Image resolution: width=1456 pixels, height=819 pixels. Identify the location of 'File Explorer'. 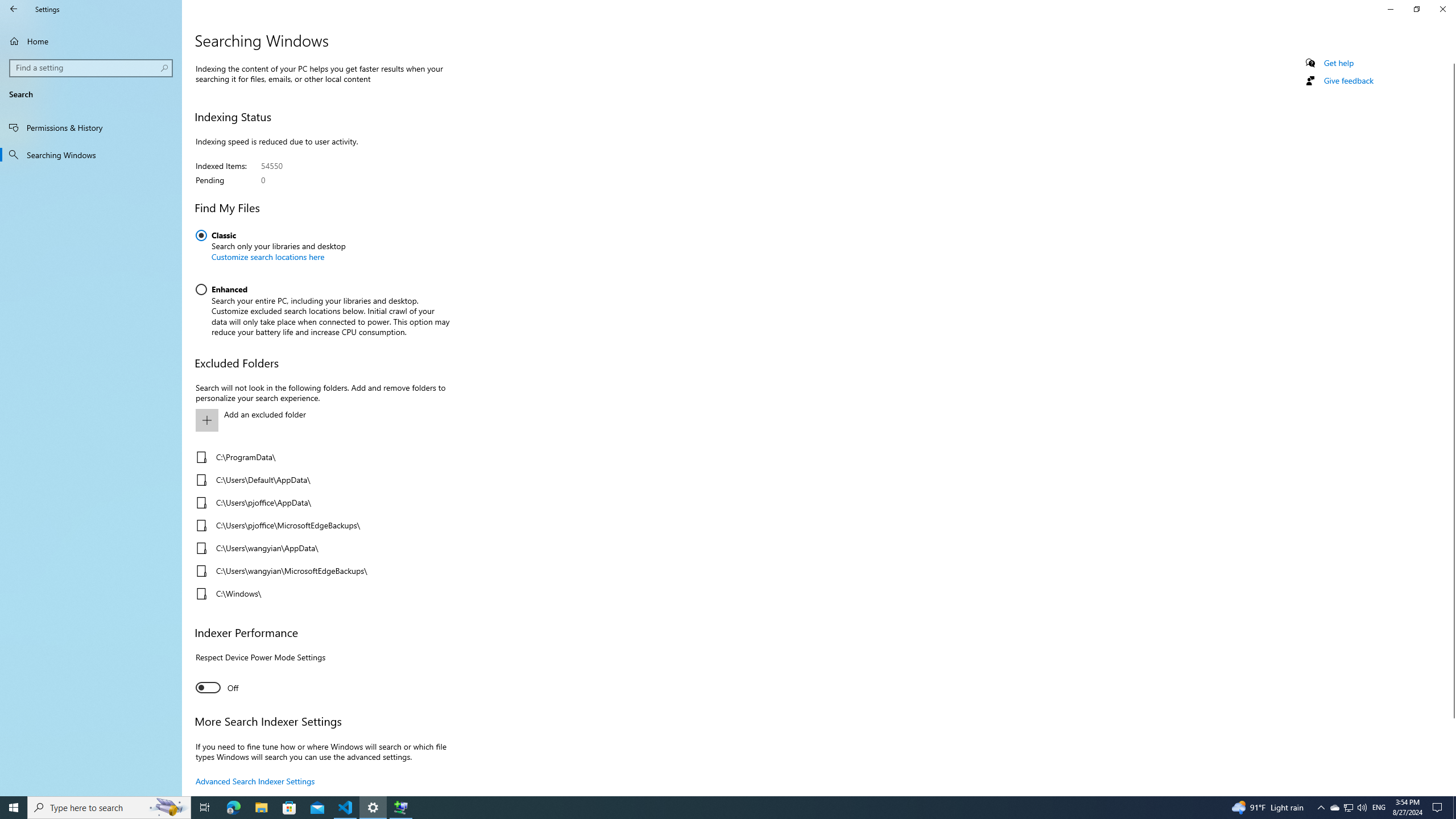
(260, 806).